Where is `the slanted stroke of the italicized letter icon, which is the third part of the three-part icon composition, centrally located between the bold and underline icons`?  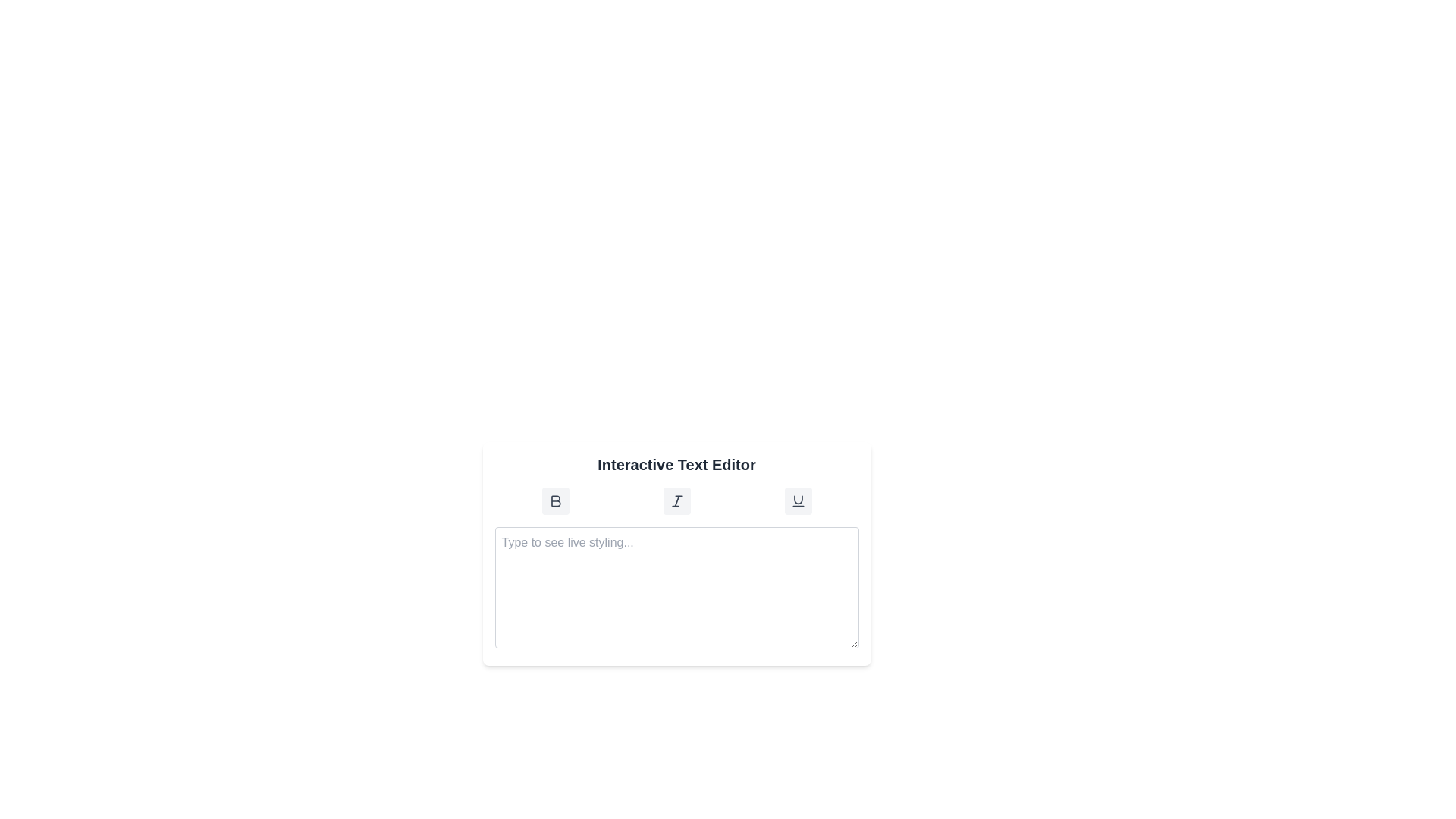 the slanted stroke of the italicized letter icon, which is the third part of the three-part icon composition, centrally located between the bold and underline icons is located at coordinates (676, 500).